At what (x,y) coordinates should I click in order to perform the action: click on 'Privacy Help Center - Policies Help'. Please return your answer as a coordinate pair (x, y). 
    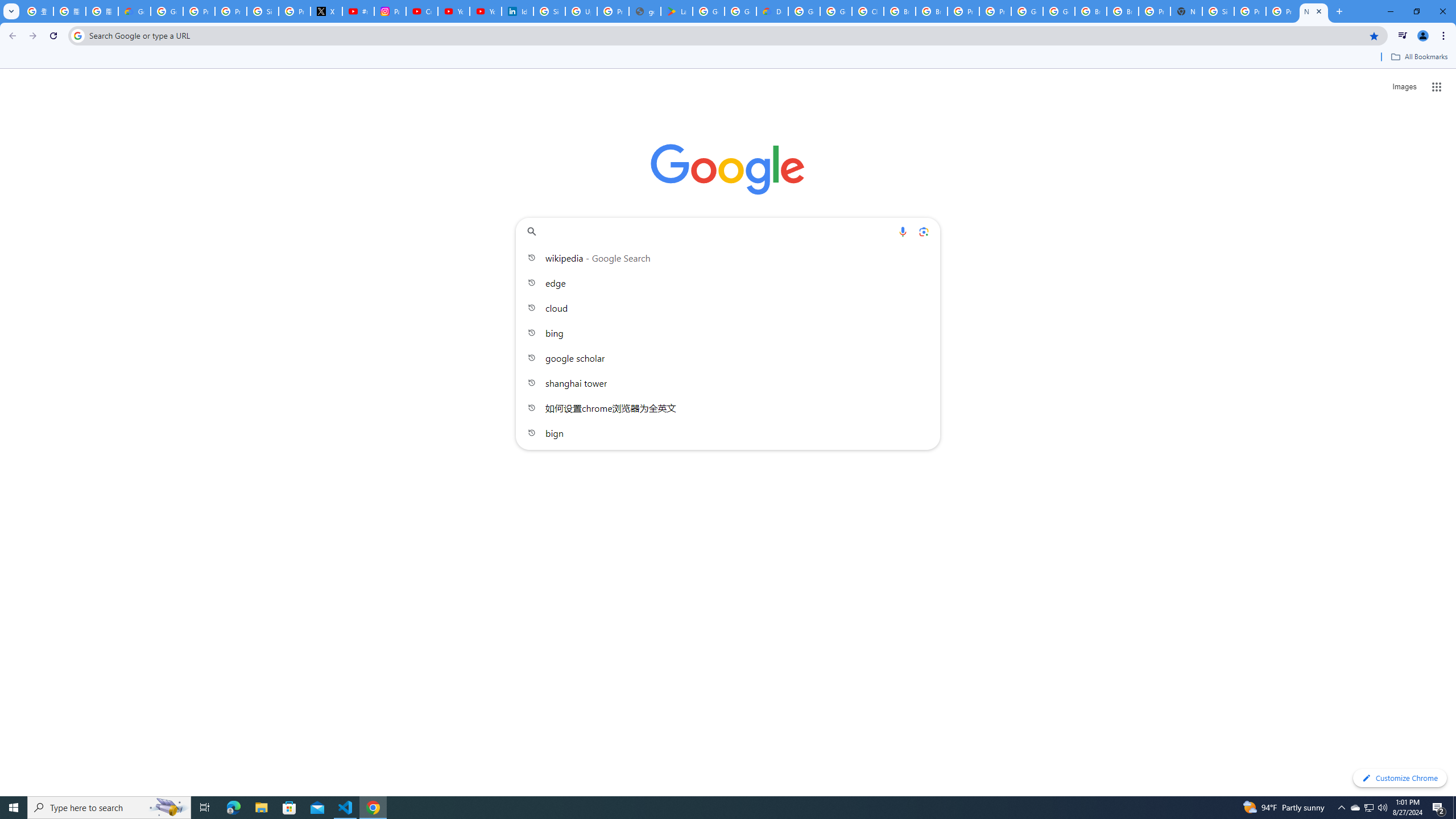
    Looking at the image, I should click on (230, 11).